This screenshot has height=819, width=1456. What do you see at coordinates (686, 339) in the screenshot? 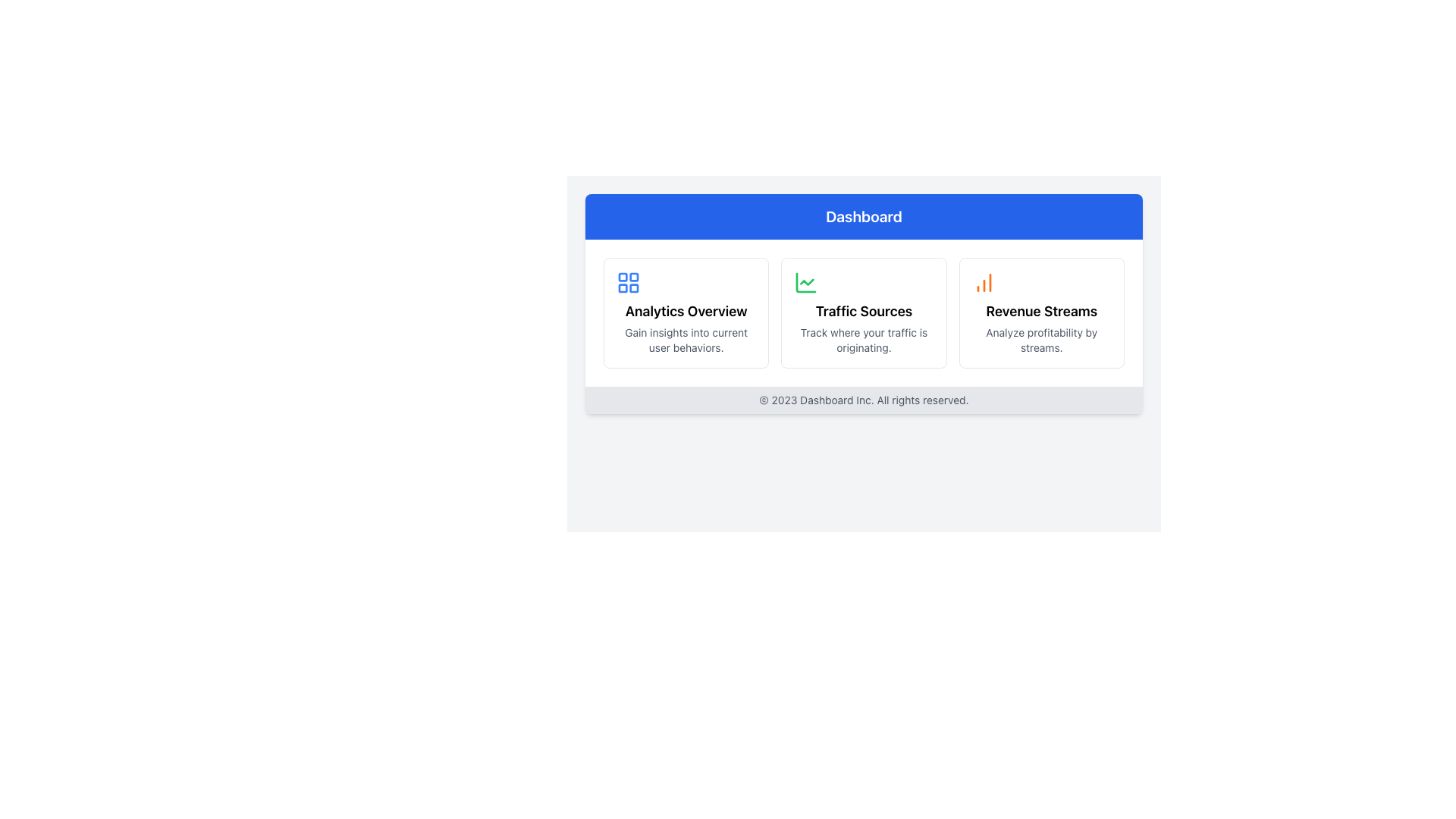
I see `descriptive subtitle text located in the lower section of the 'Analytics Overview' card, which is positioned underneath the 'Dashboard' header in the first column of a three-column layout` at bounding box center [686, 339].